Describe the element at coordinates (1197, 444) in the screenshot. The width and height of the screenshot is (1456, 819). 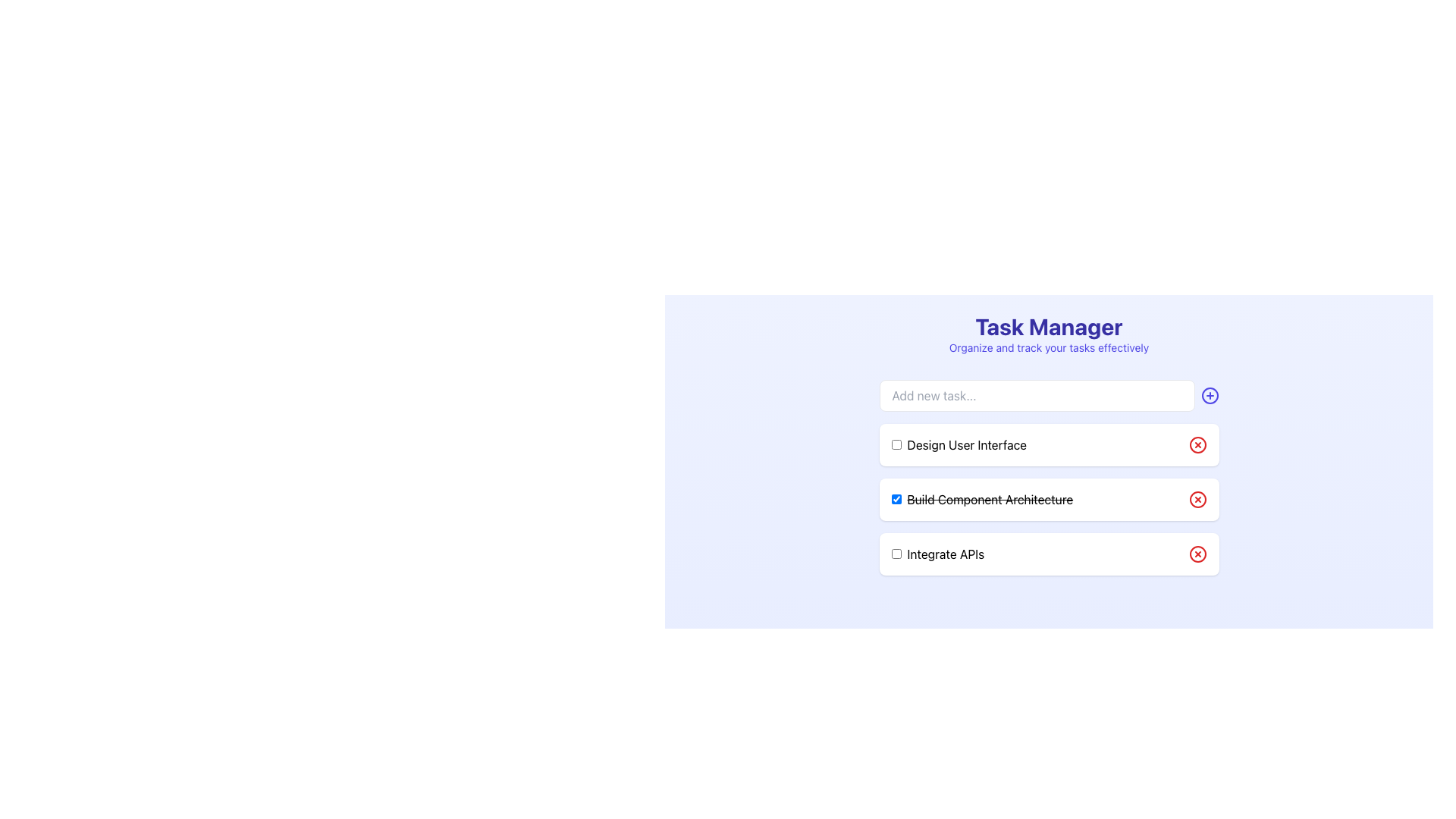
I see `the delete button located at the far-right side of the task item labeled 'Design User Interface'` at that location.